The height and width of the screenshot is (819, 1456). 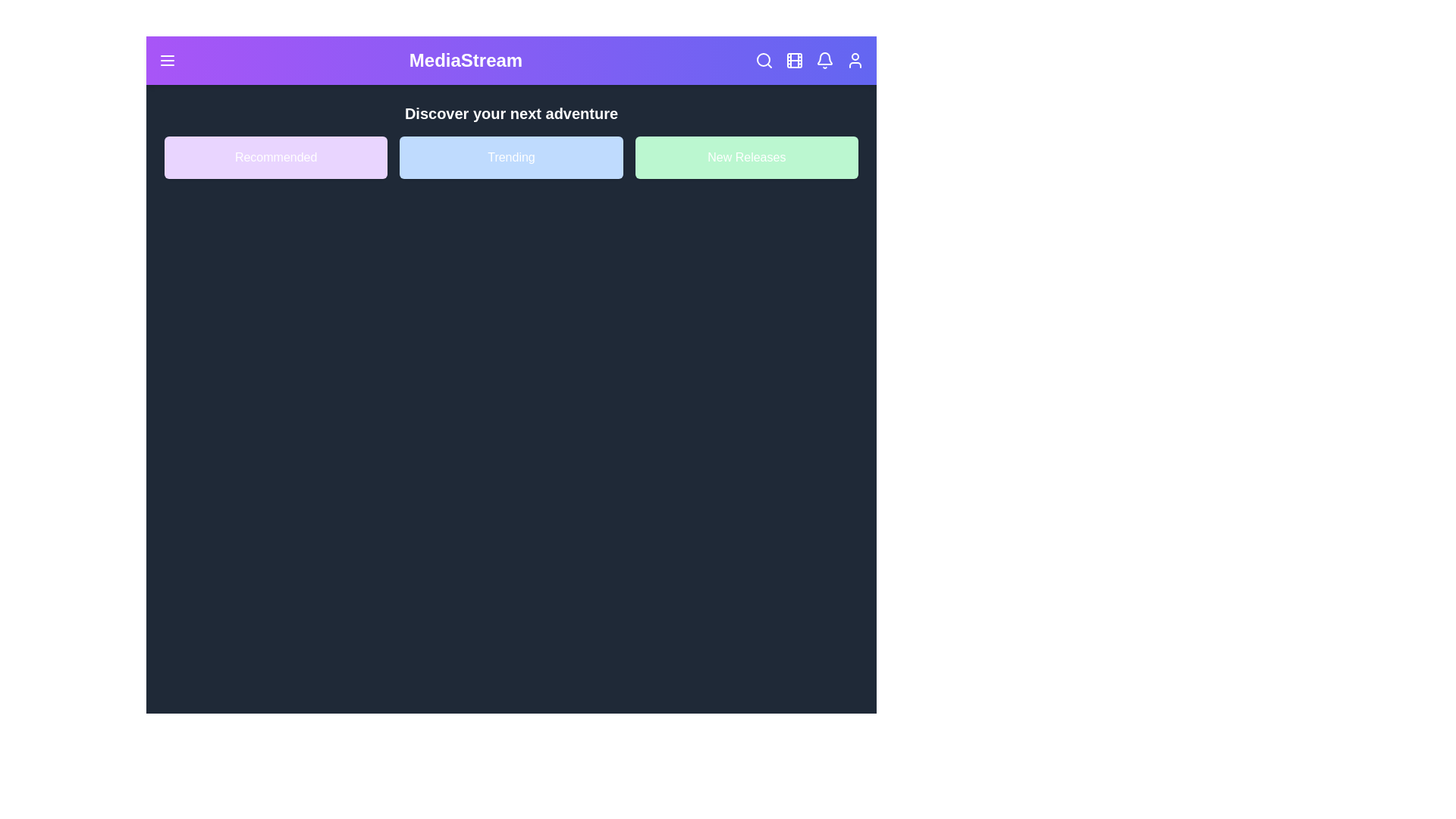 I want to click on the New Releases button to view its content, so click(x=745, y=158).